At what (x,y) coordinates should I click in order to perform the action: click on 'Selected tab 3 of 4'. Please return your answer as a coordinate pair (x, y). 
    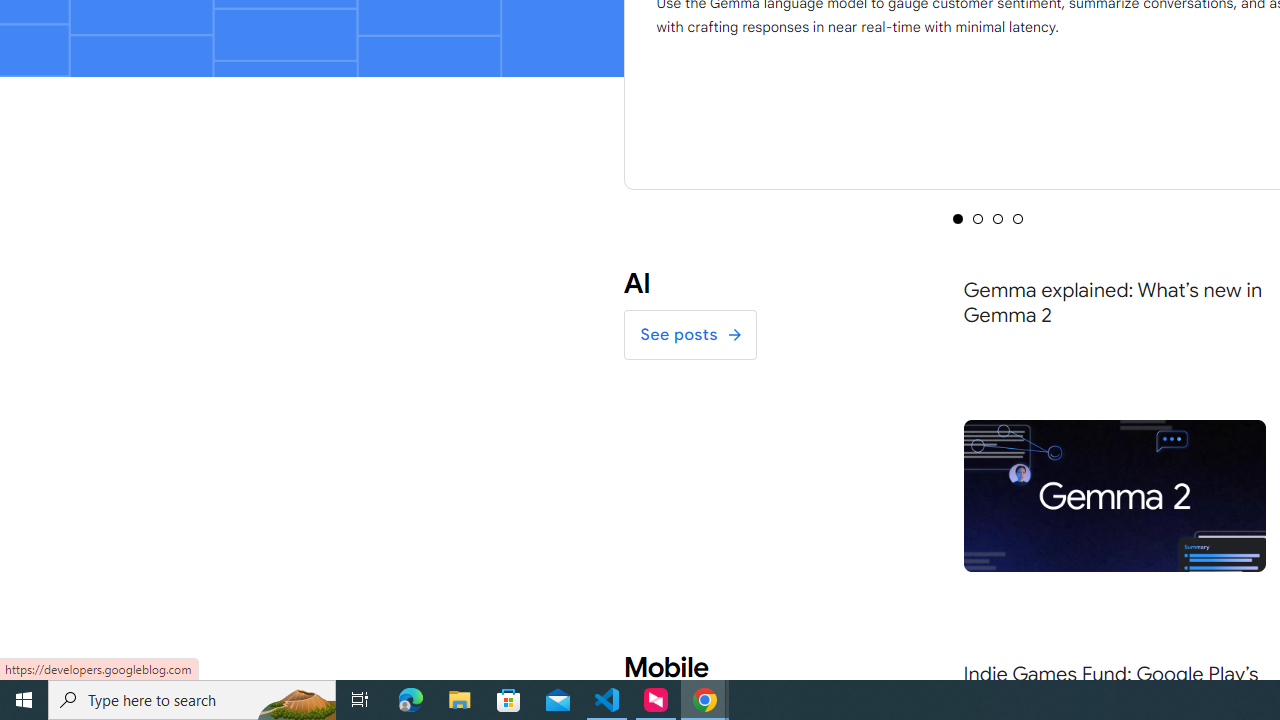
    Looking at the image, I should click on (998, 218).